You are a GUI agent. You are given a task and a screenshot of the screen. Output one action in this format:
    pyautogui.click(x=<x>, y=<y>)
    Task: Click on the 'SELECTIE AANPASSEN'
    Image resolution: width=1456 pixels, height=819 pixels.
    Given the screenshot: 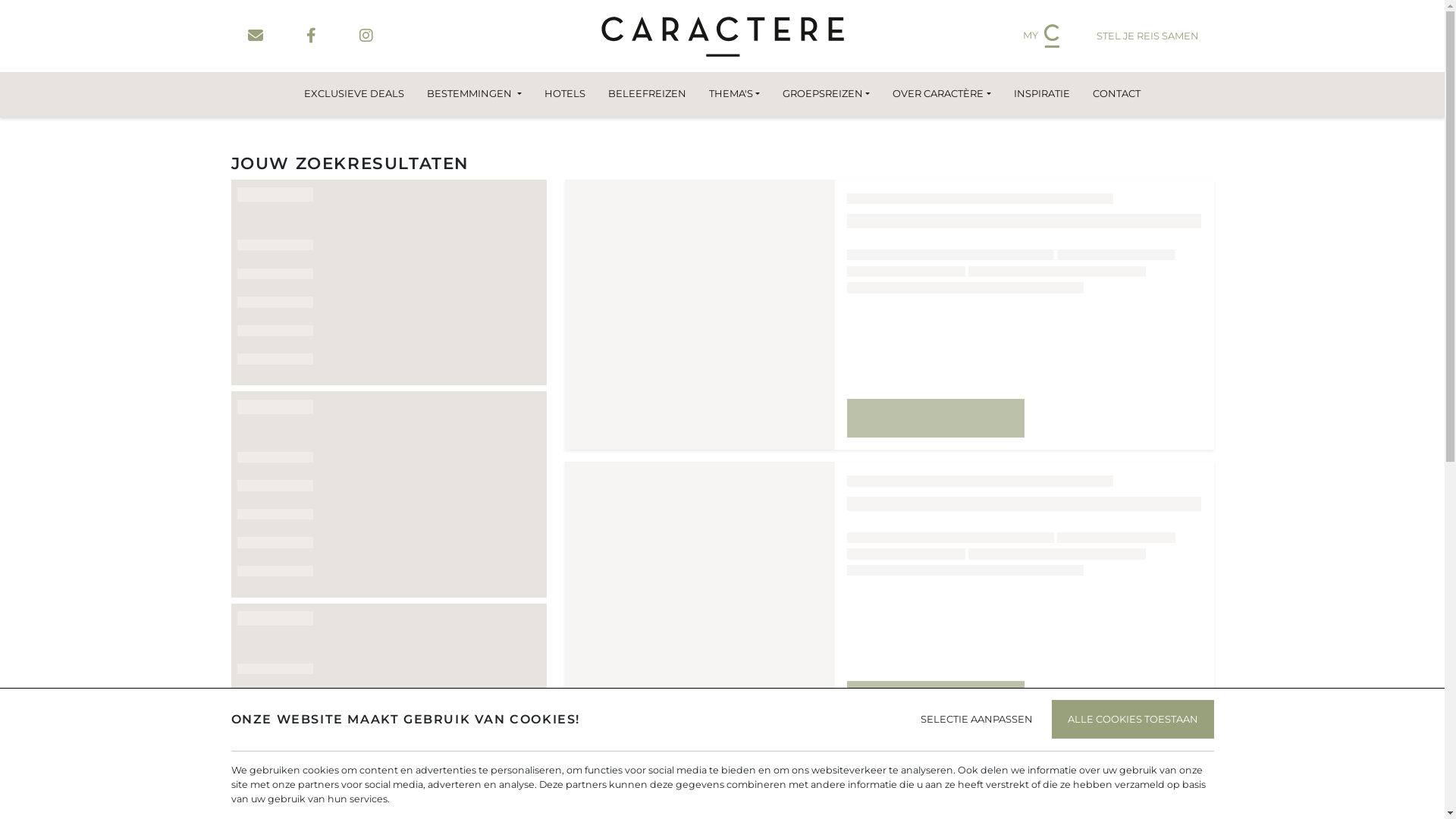 What is the action you would take?
    pyautogui.click(x=975, y=718)
    